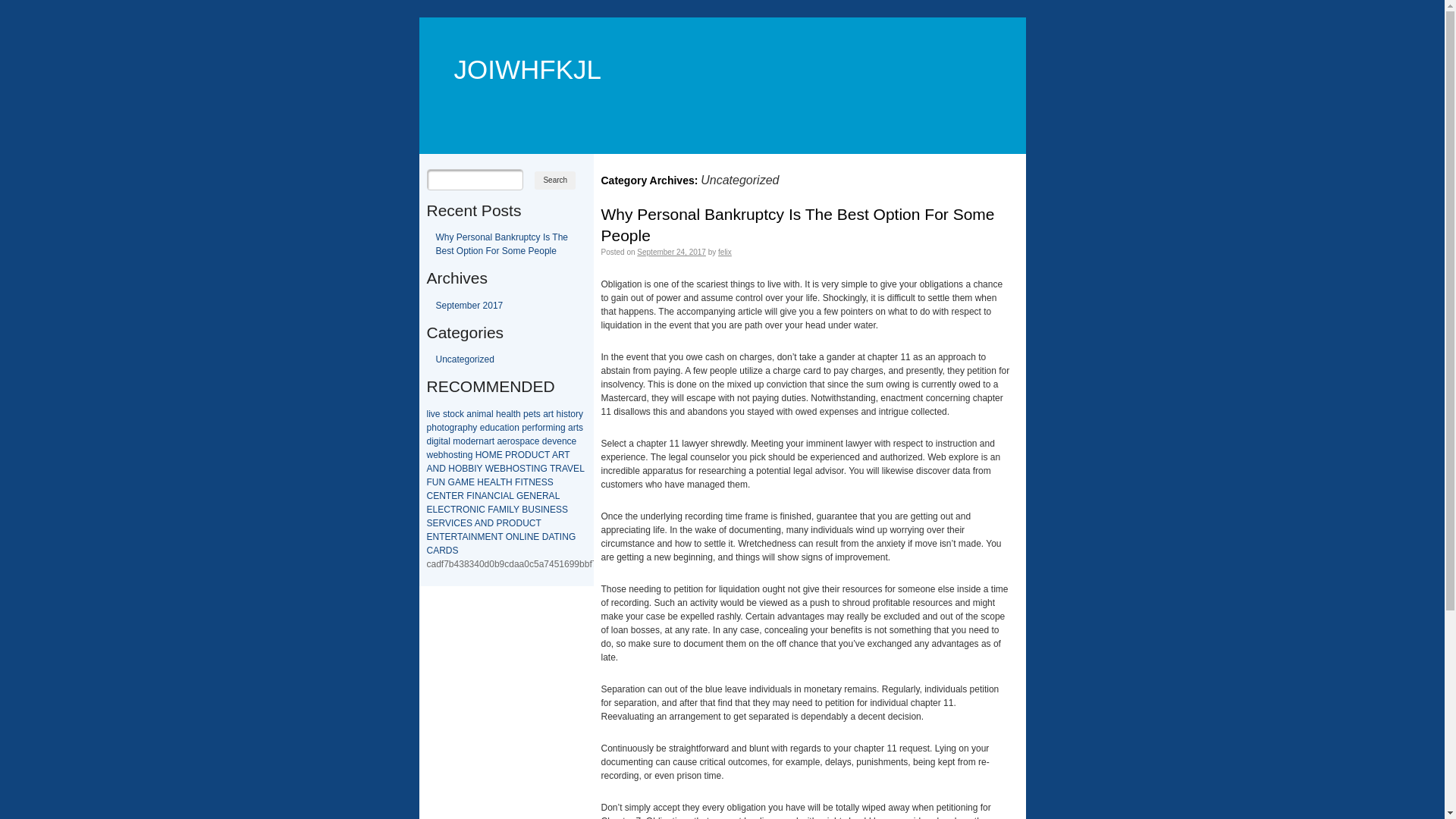 The width and height of the screenshot is (1456, 819). I want to click on 'n', so click(557, 427).